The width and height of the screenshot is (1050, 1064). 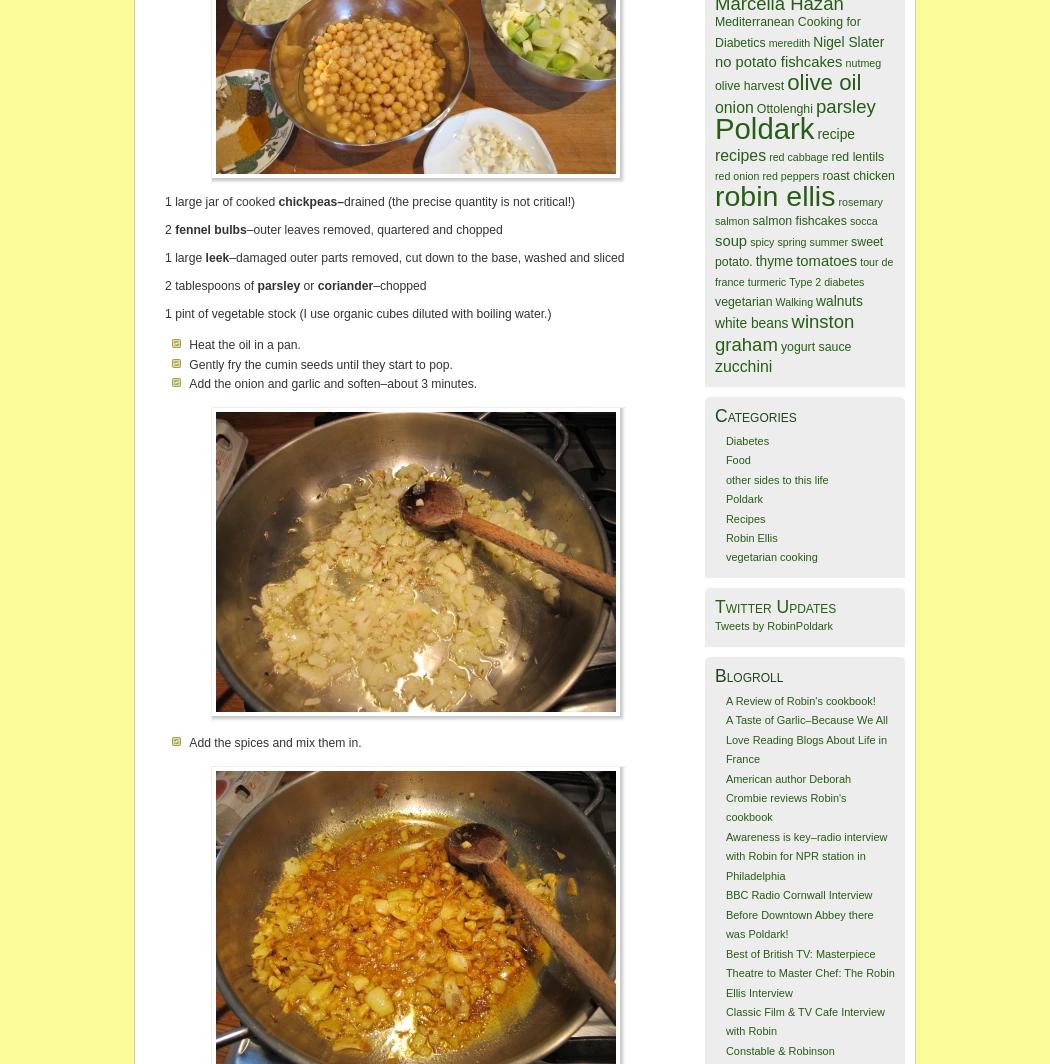 I want to click on 'Nigel Slater', so click(x=848, y=41).